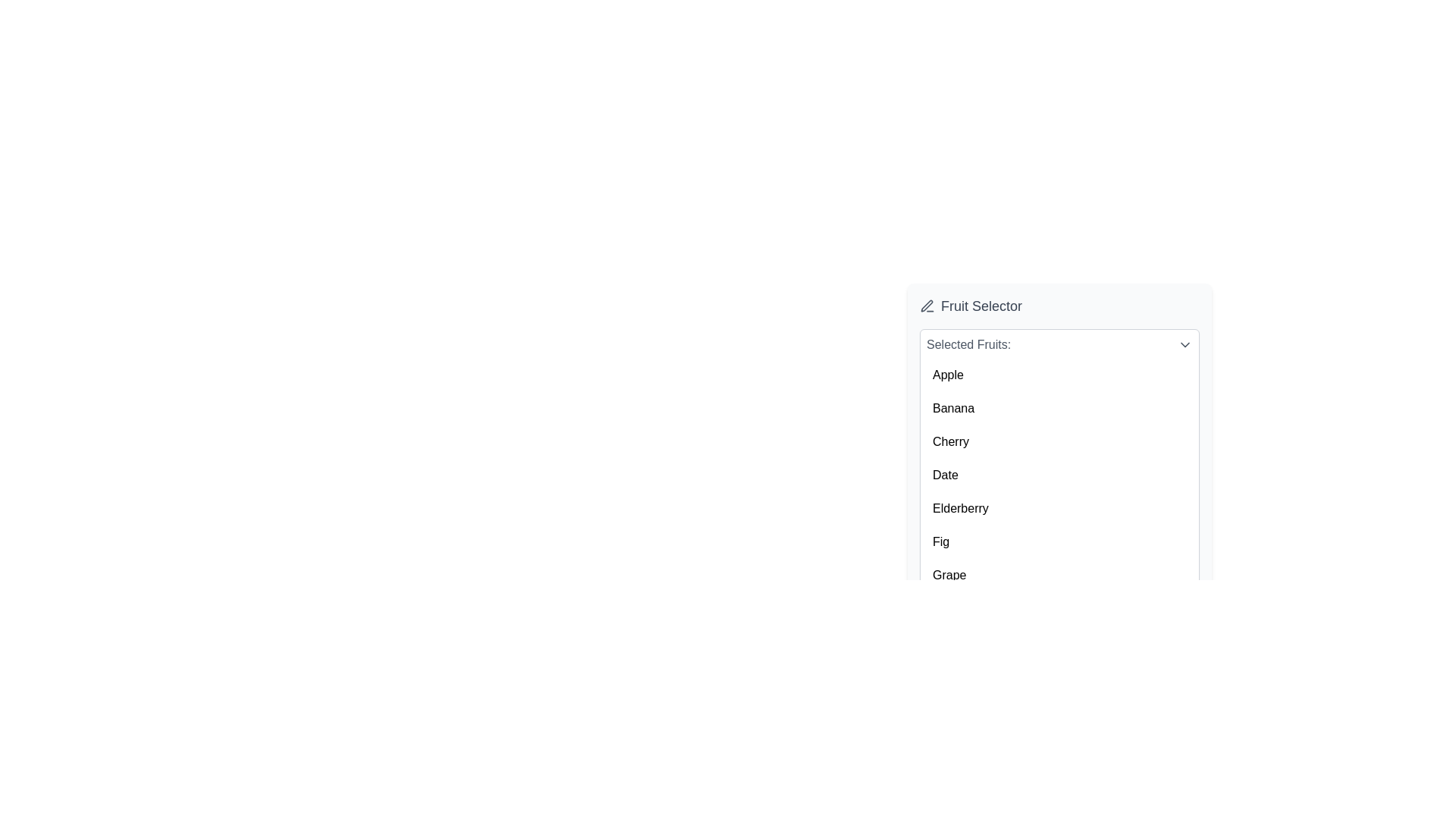 This screenshot has height=819, width=1456. What do you see at coordinates (1059, 509) in the screenshot?
I see `the 'Elderberry' menu item in the dropdown menu titled 'Selected Fruits'` at bounding box center [1059, 509].